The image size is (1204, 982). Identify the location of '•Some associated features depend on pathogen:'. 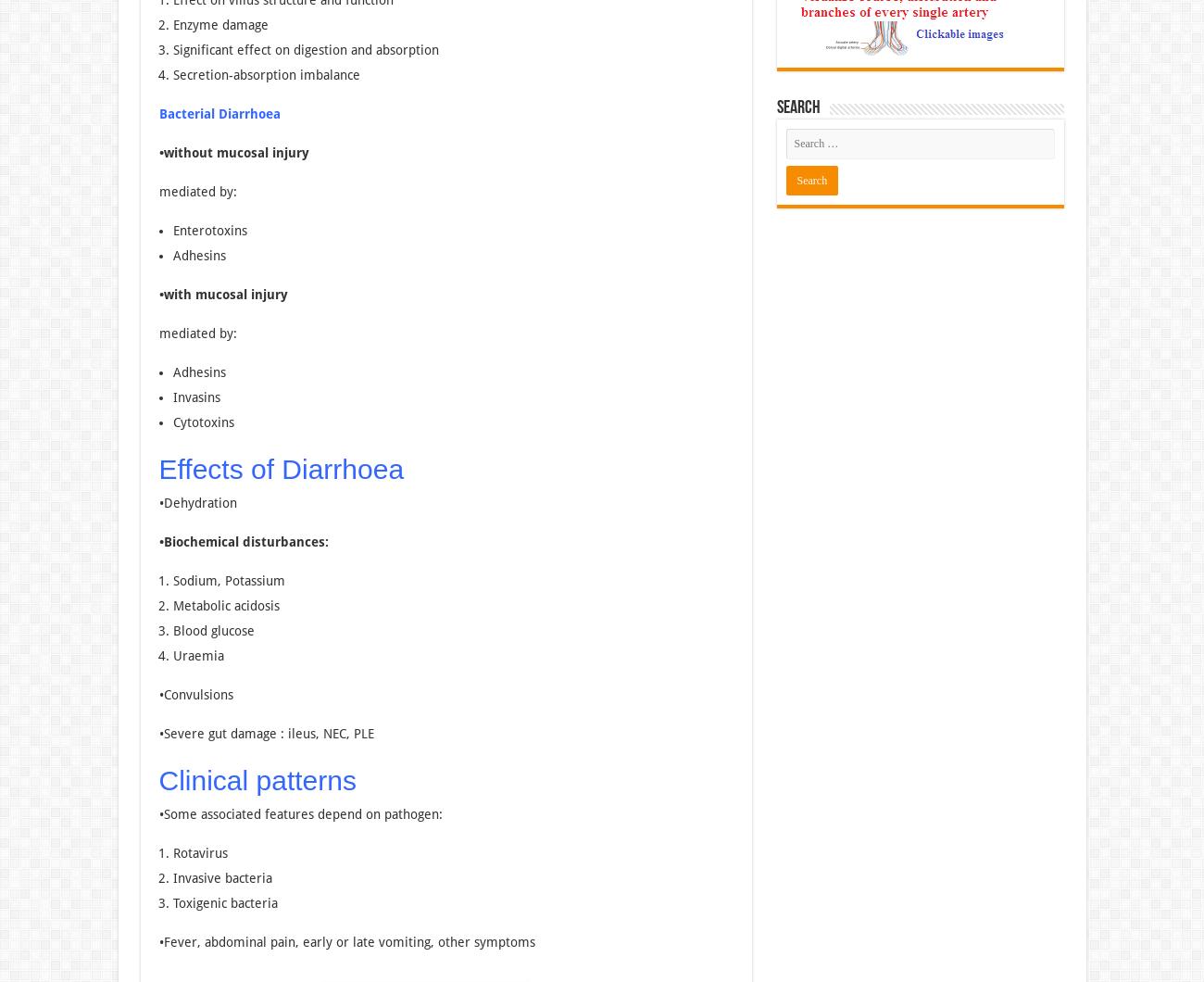
(299, 813).